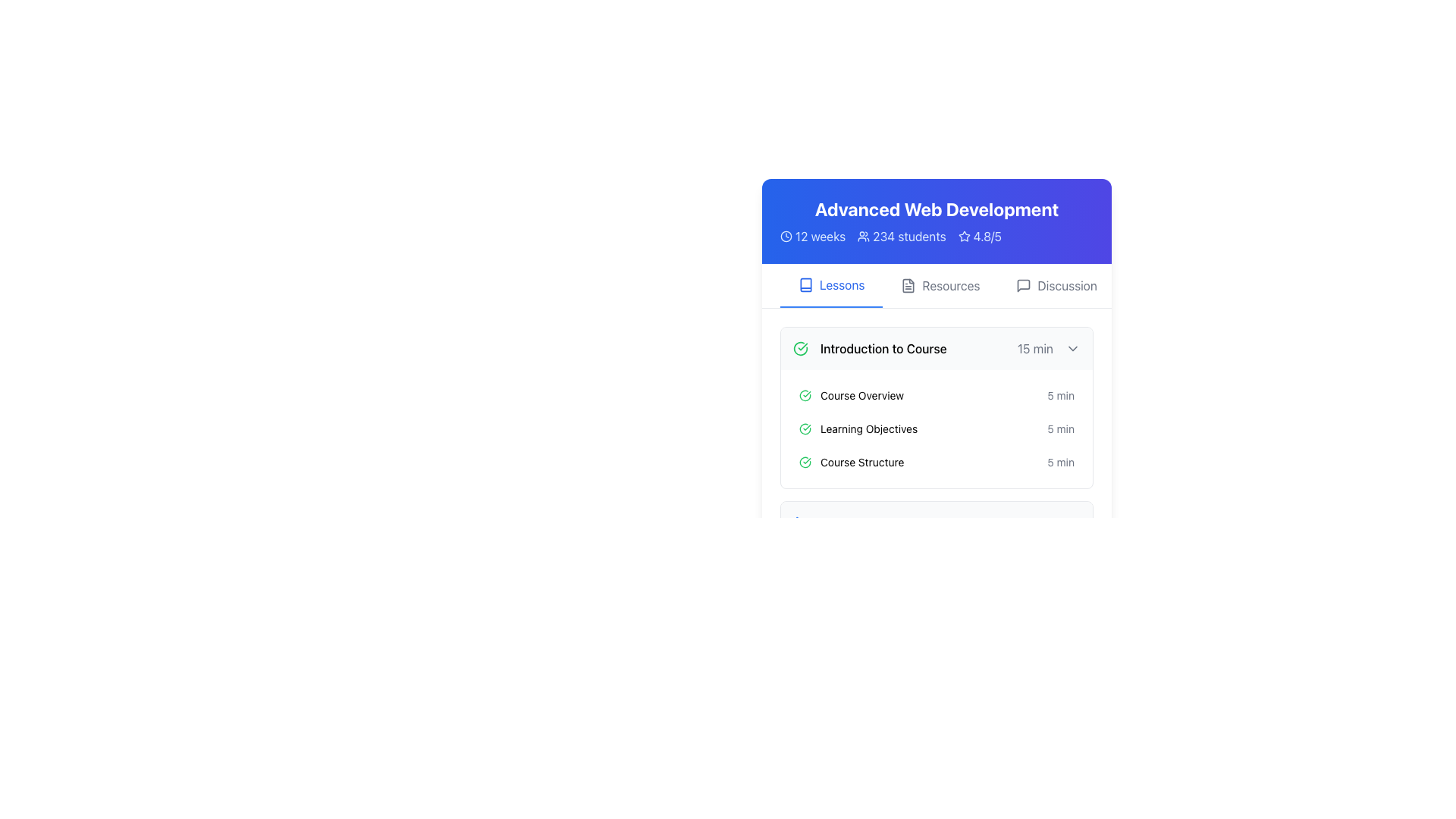  Describe the element at coordinates (1060, 461) in the screenshot. I see `the text label displaying '5 min', which is located at the rightmost end of the row labeled 'Course Structure'` at that location.